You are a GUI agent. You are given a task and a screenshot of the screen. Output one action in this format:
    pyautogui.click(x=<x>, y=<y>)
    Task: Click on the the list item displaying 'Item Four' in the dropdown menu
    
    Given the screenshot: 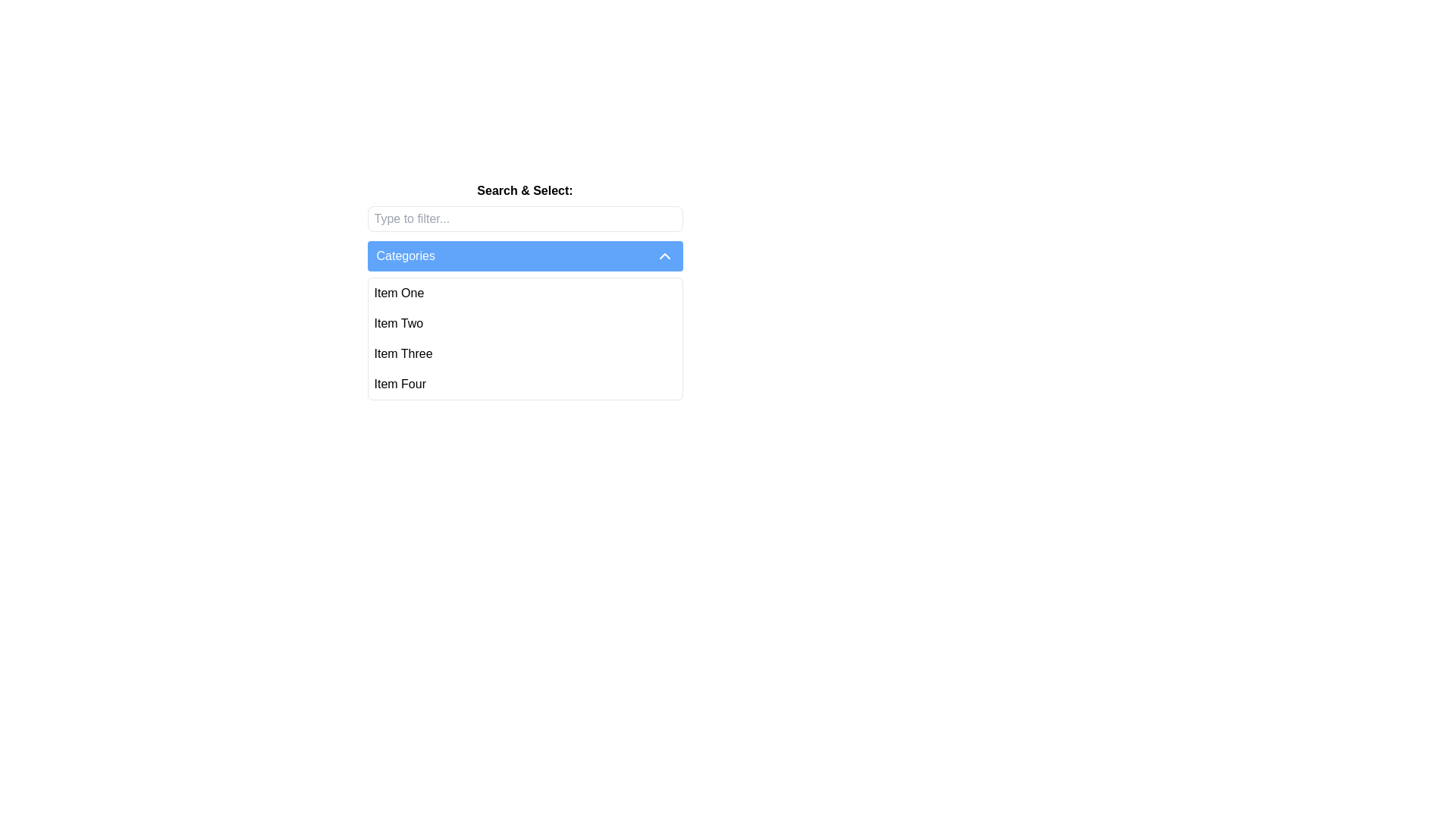 What is the action you would take?
    pyautogui.click(x=400, y=383)
    